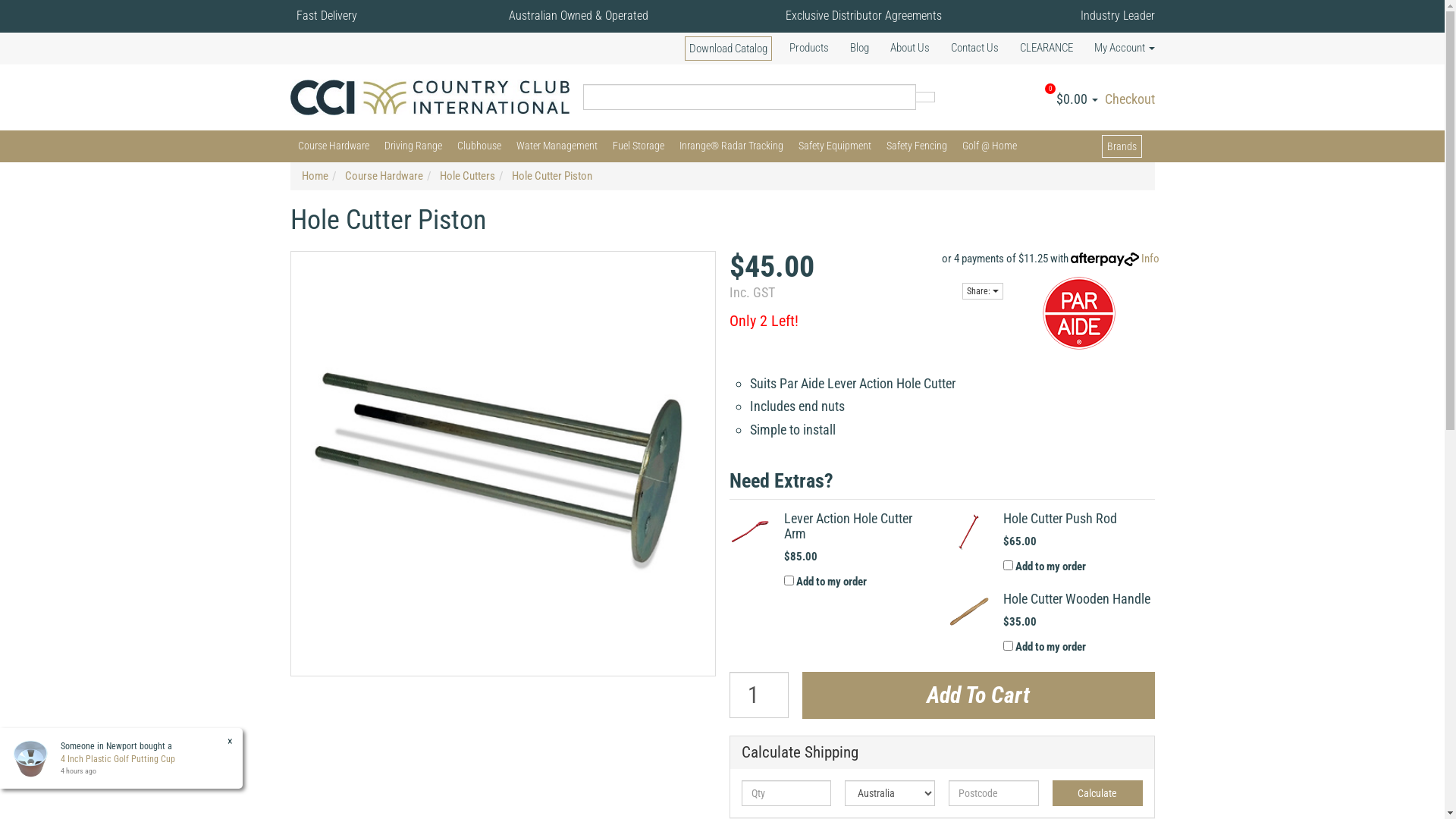  I want to click on 'CLEARANCE', so click(1044, 46).